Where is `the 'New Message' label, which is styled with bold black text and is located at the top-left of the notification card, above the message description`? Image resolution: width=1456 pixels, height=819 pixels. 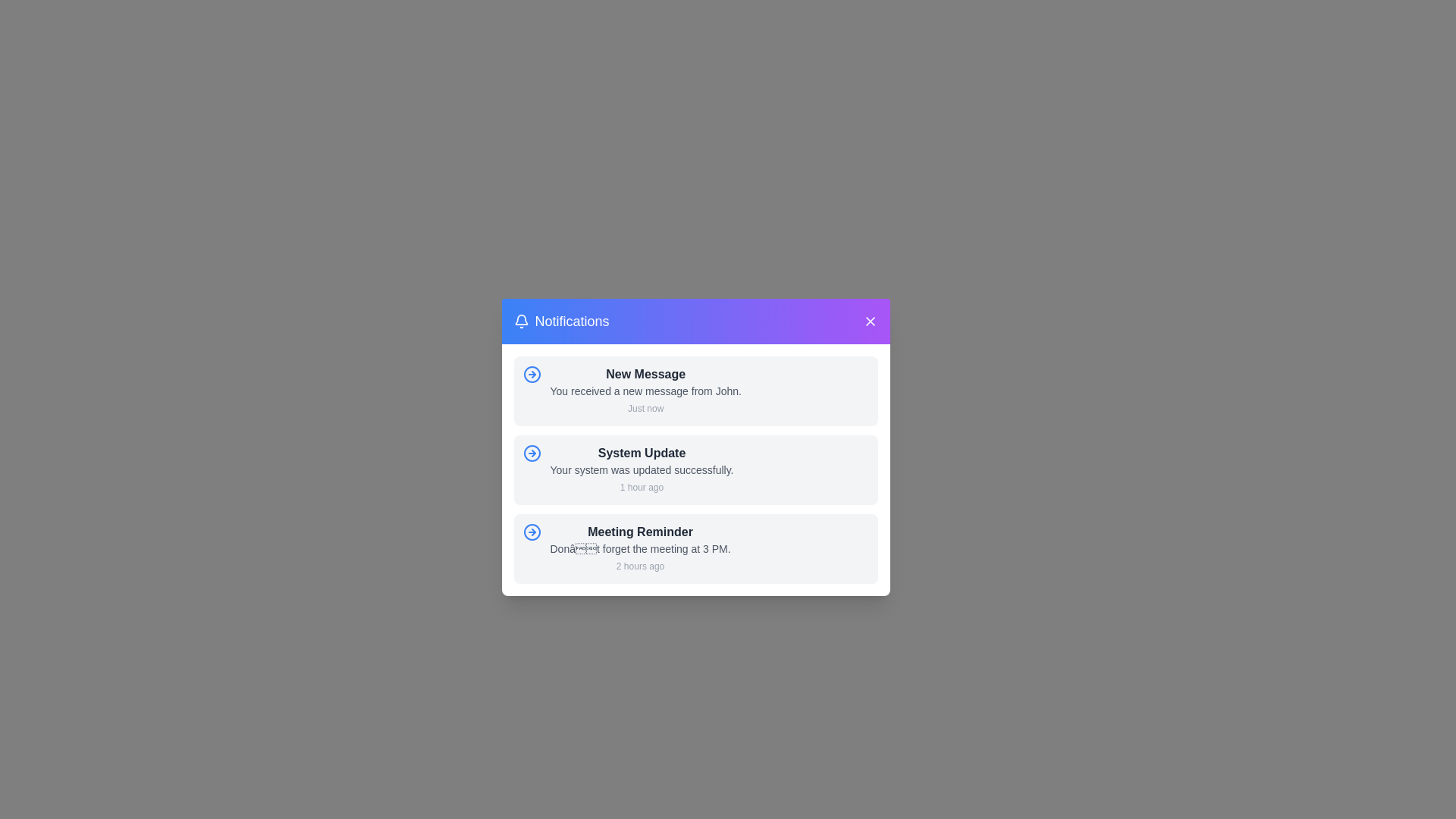 the 'New Message' label, which is styled with bold black text and is located at the top-left of the notification card, above the message description is located at coordinates (645, 374).